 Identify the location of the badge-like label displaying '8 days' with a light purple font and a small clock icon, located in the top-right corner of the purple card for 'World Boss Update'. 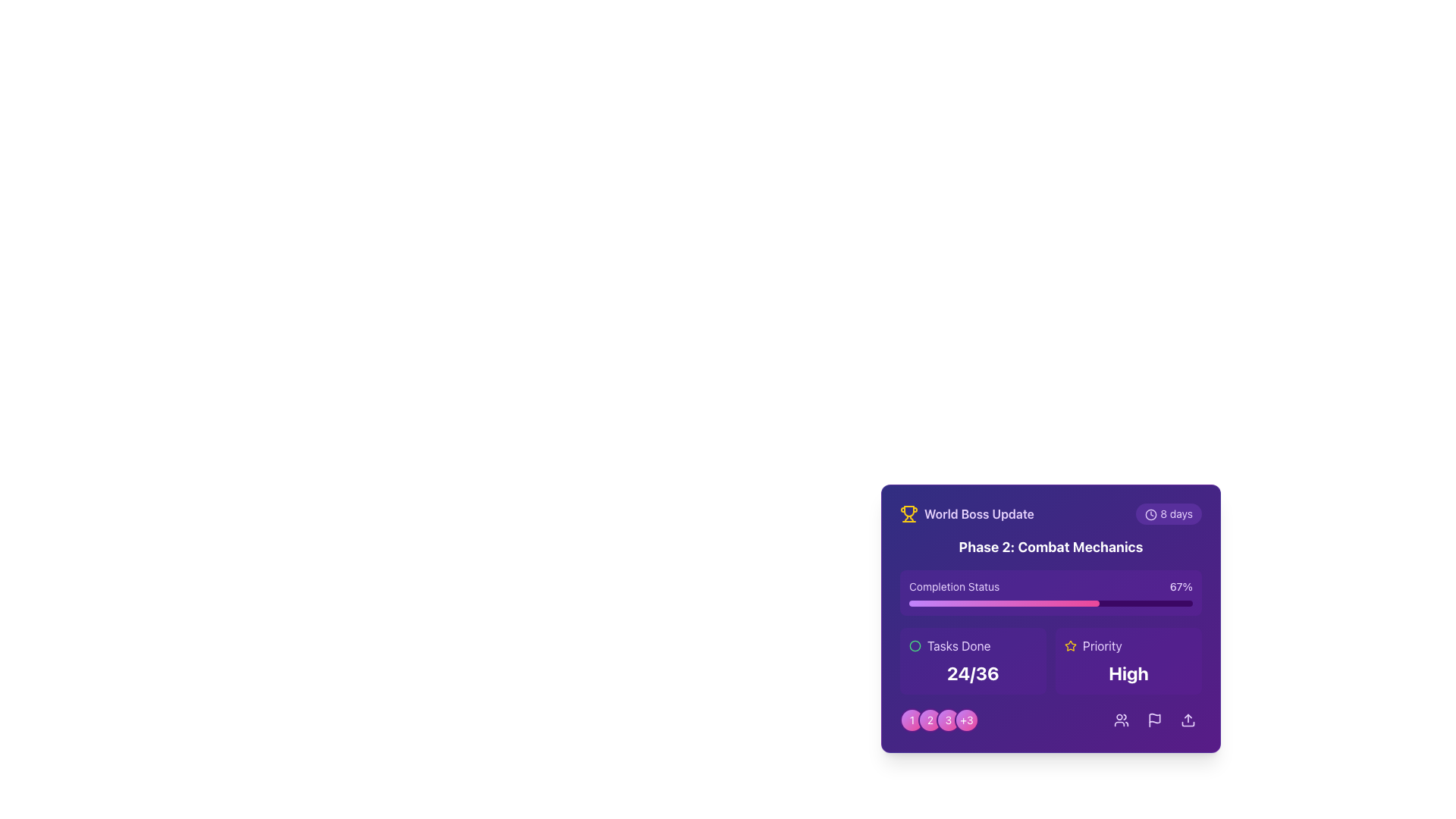
(1168, 513).